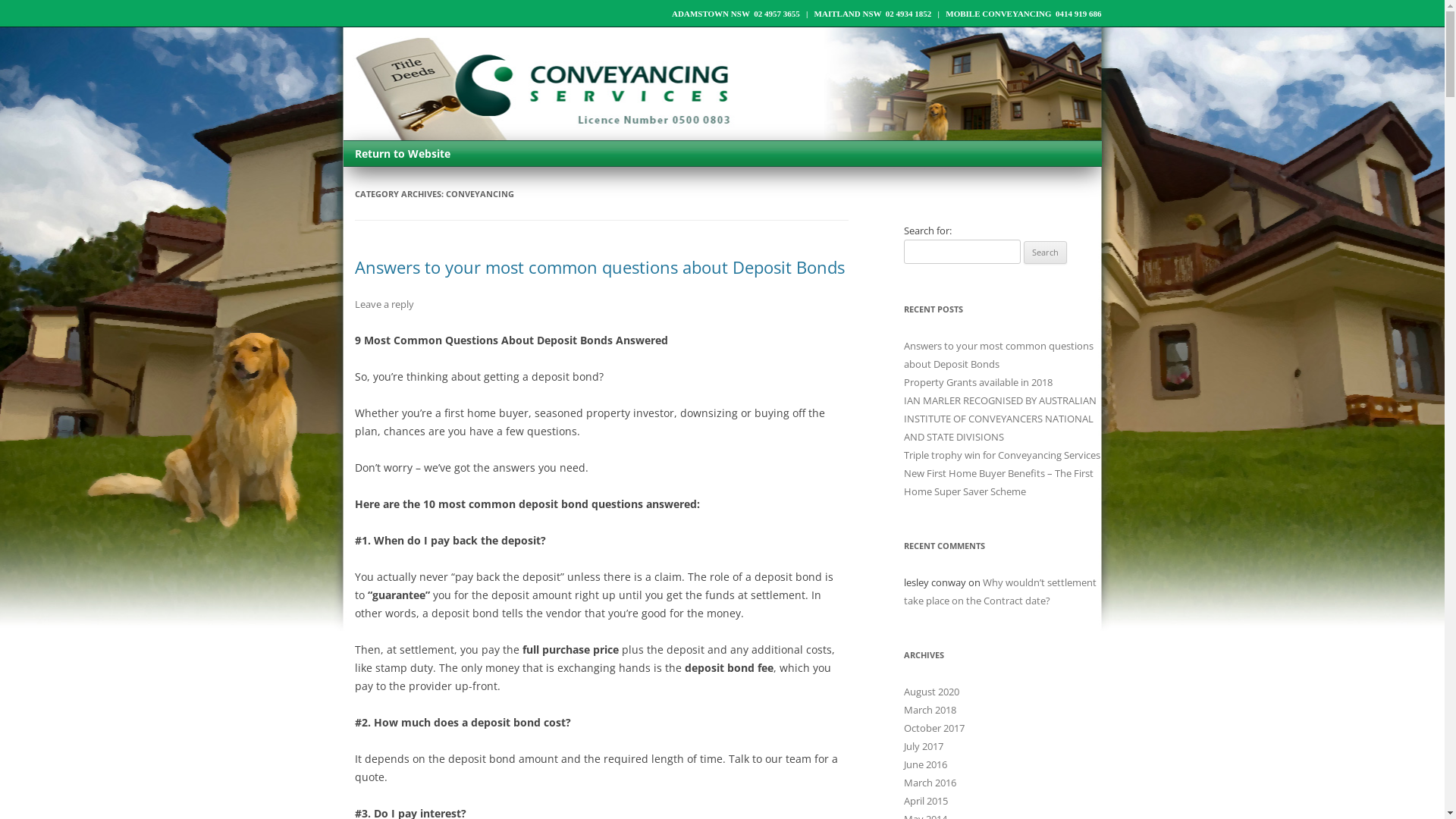  I want to click on 'Property Grants available in 2018', so click(978, 381).